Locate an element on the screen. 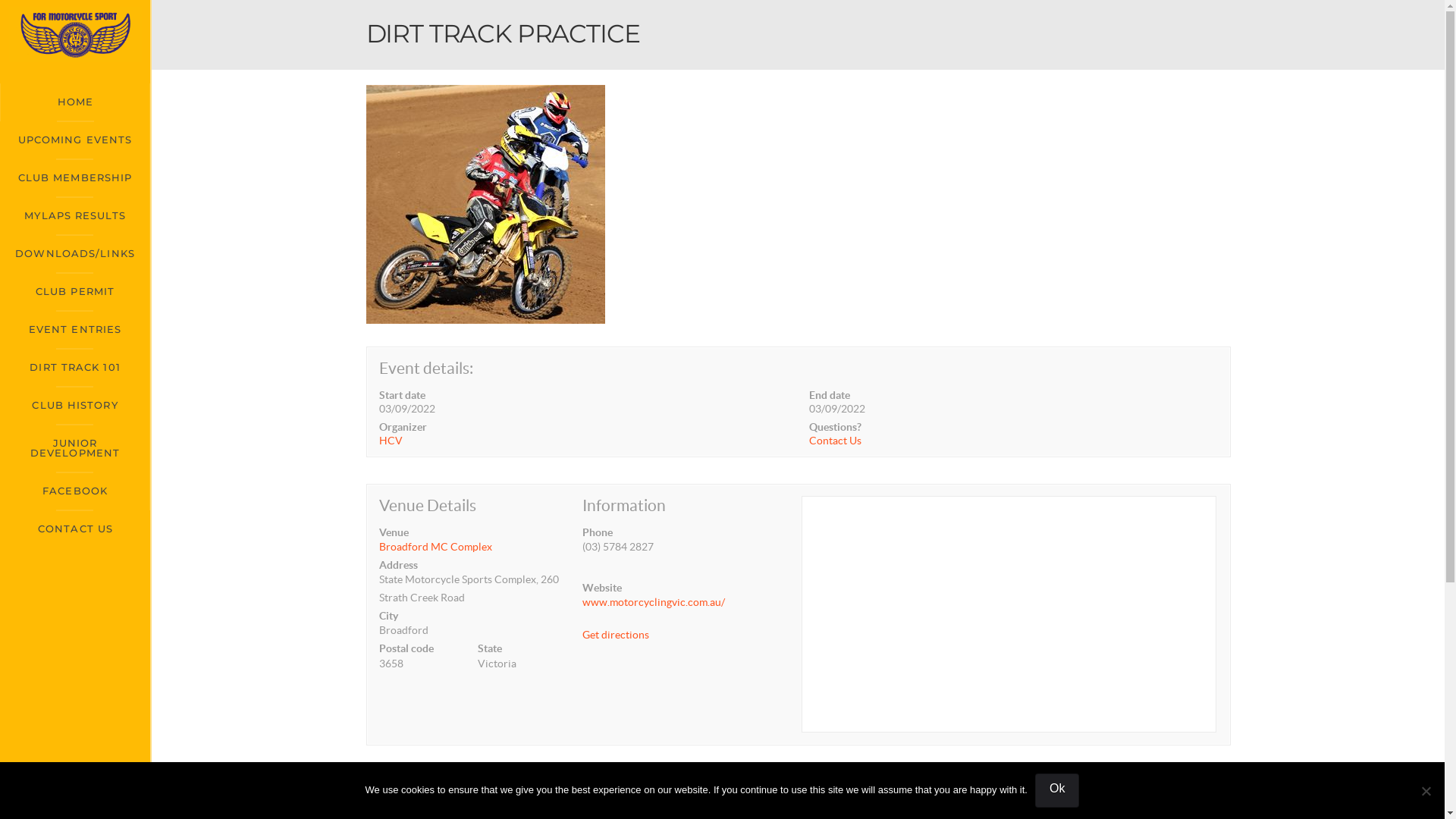 The image size is (1456, 819). 'MYLAPS RESULTS' is located at coordinates (0, 216).